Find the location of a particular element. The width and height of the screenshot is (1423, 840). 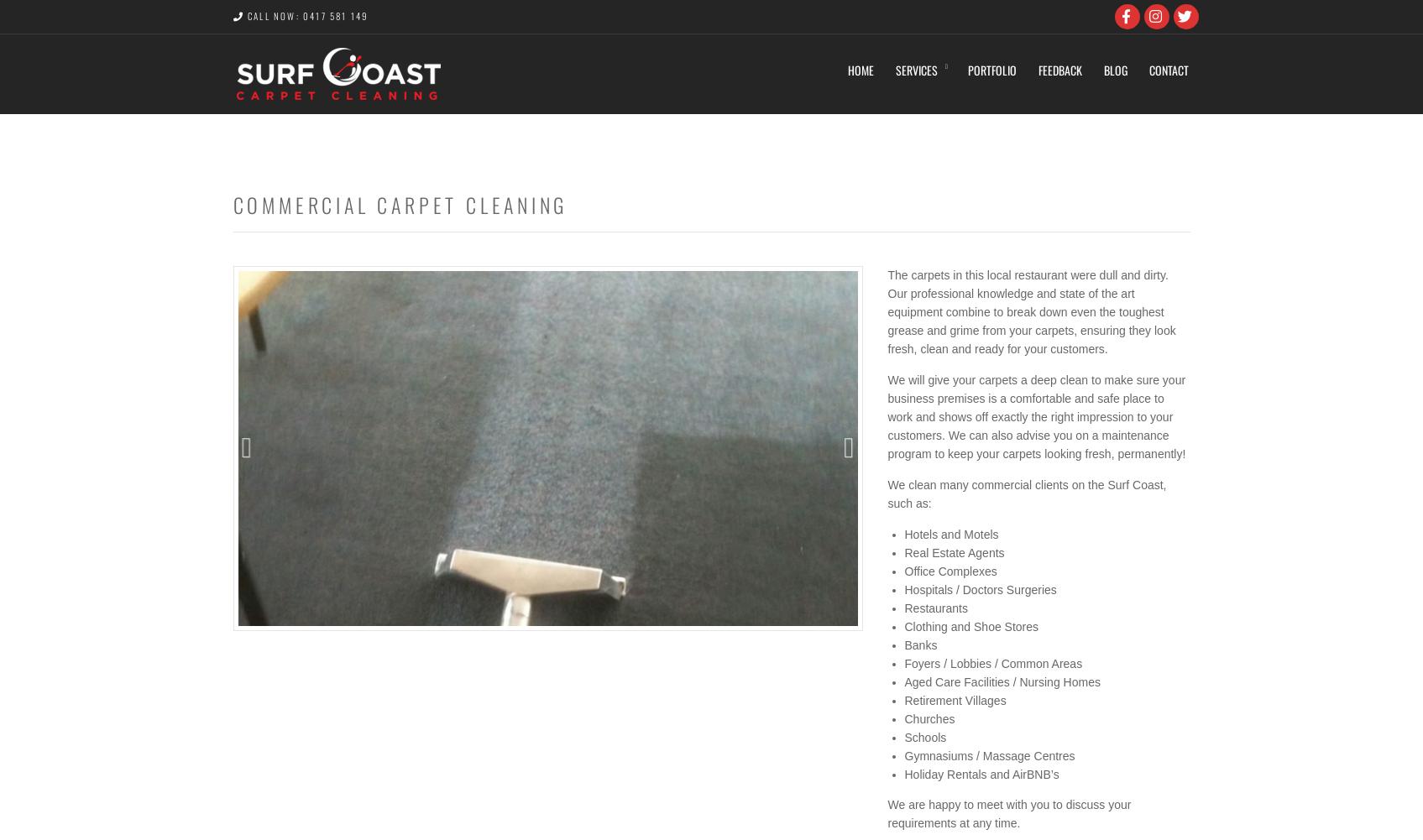

'Banks' is located at coordinates (920, 644).